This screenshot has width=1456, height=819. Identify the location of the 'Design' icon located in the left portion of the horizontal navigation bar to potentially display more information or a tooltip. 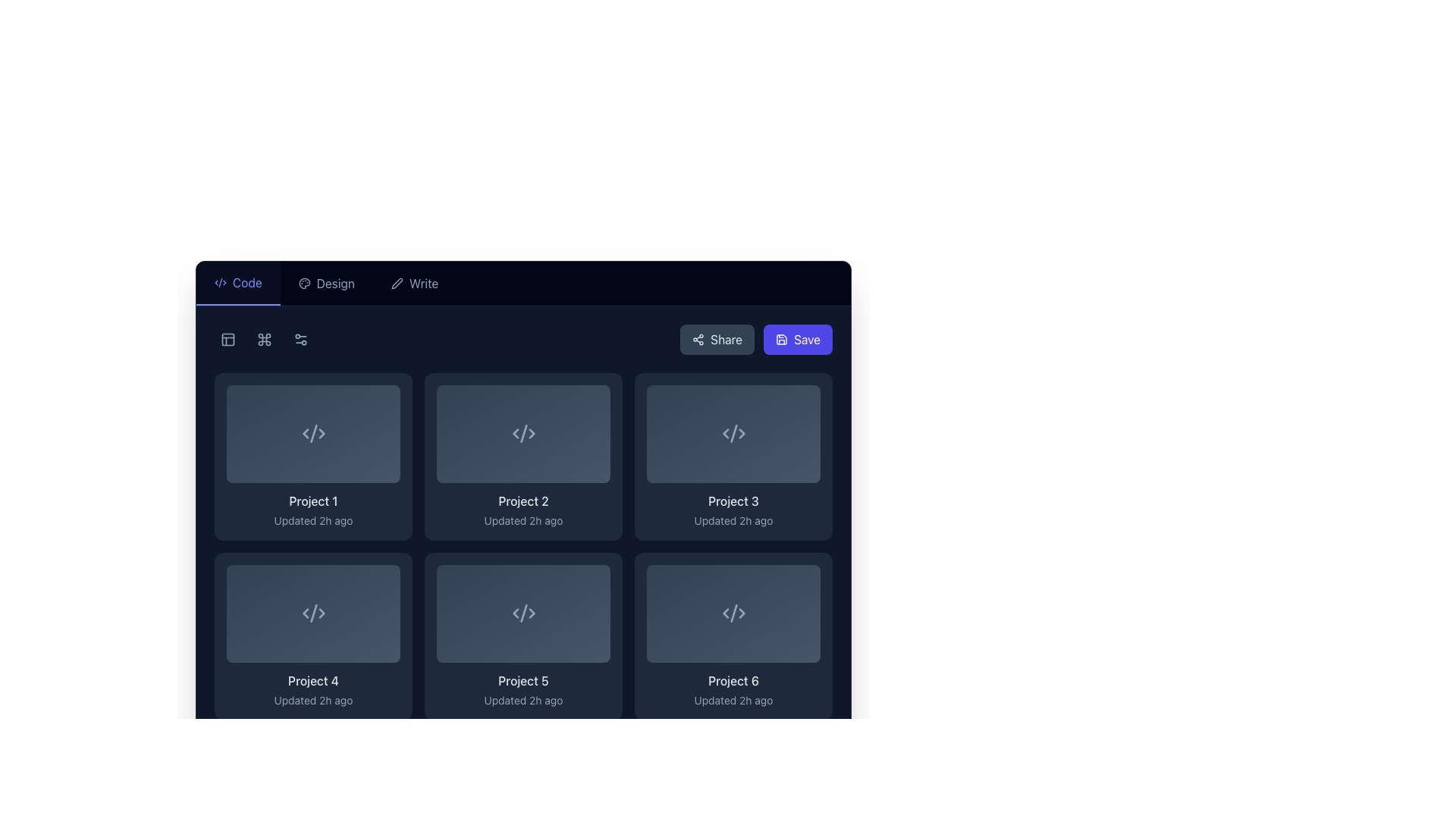
(303, 284).